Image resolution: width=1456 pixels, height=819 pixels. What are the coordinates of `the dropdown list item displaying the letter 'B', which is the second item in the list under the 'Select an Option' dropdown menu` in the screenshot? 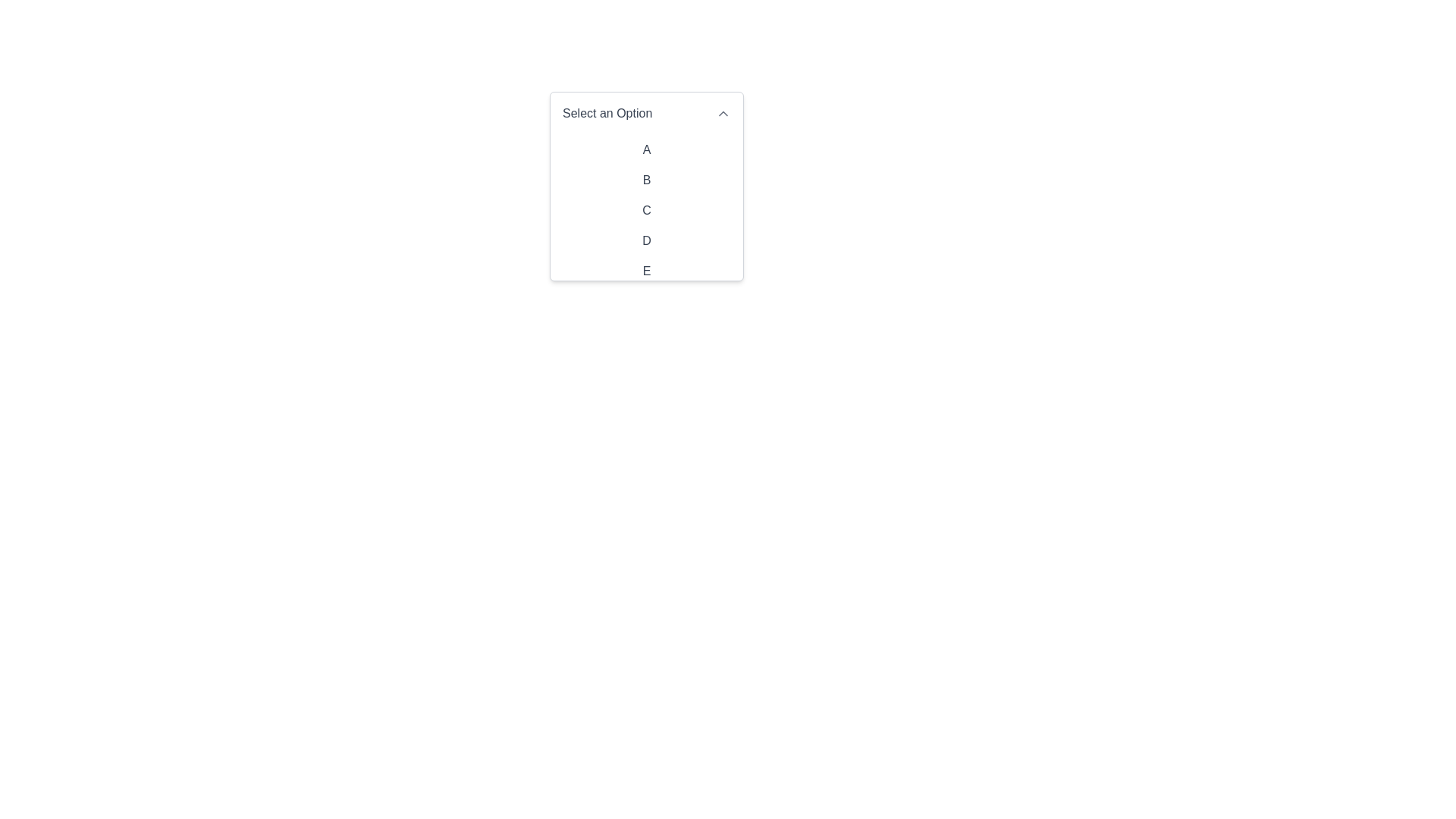 It's located at (647, 186).